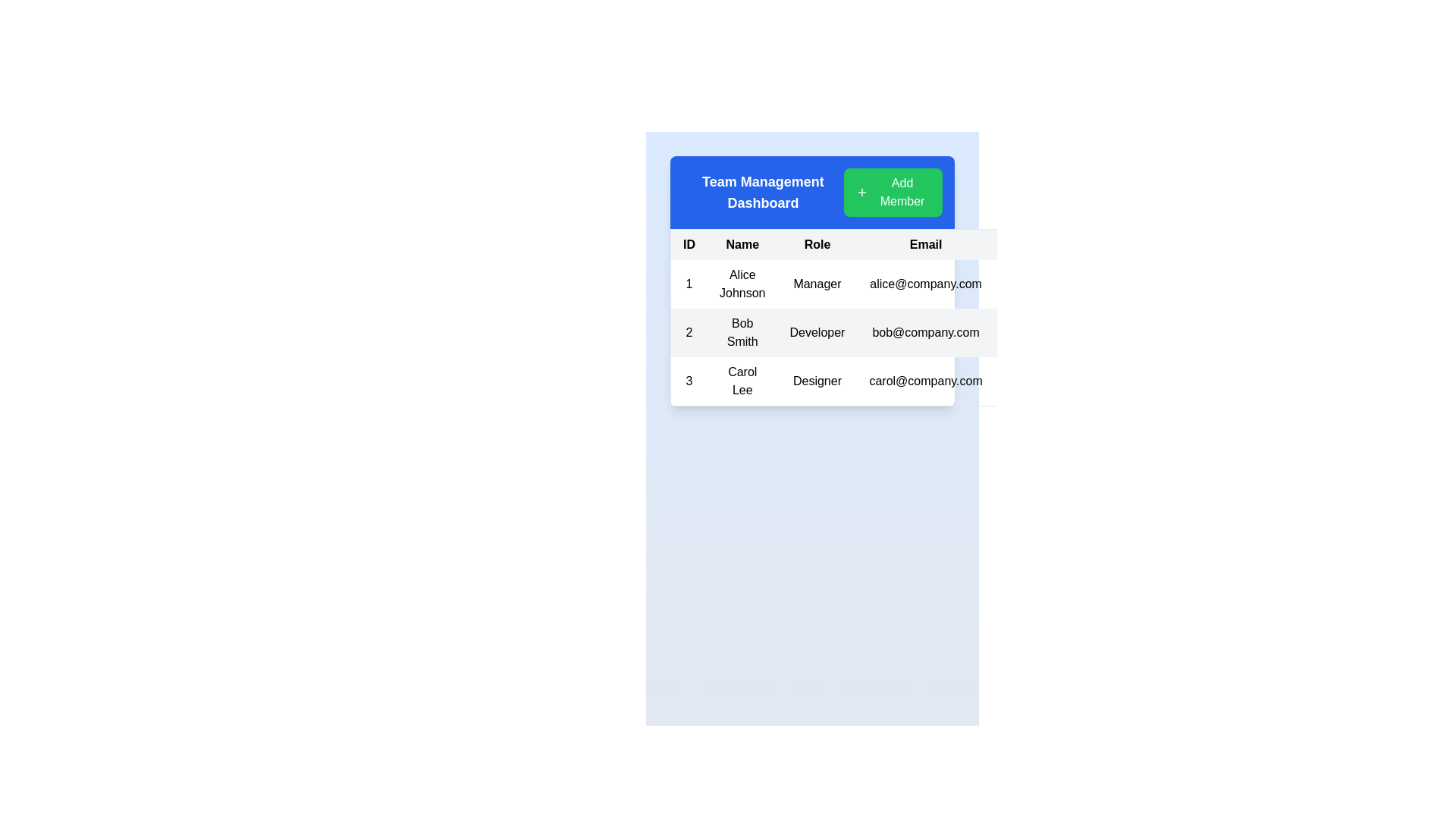  Describe the element at coordinates (904, 284) in the screenshot. I see `the first row in the user details table, which displays ID, name, role, and email information` at that location.